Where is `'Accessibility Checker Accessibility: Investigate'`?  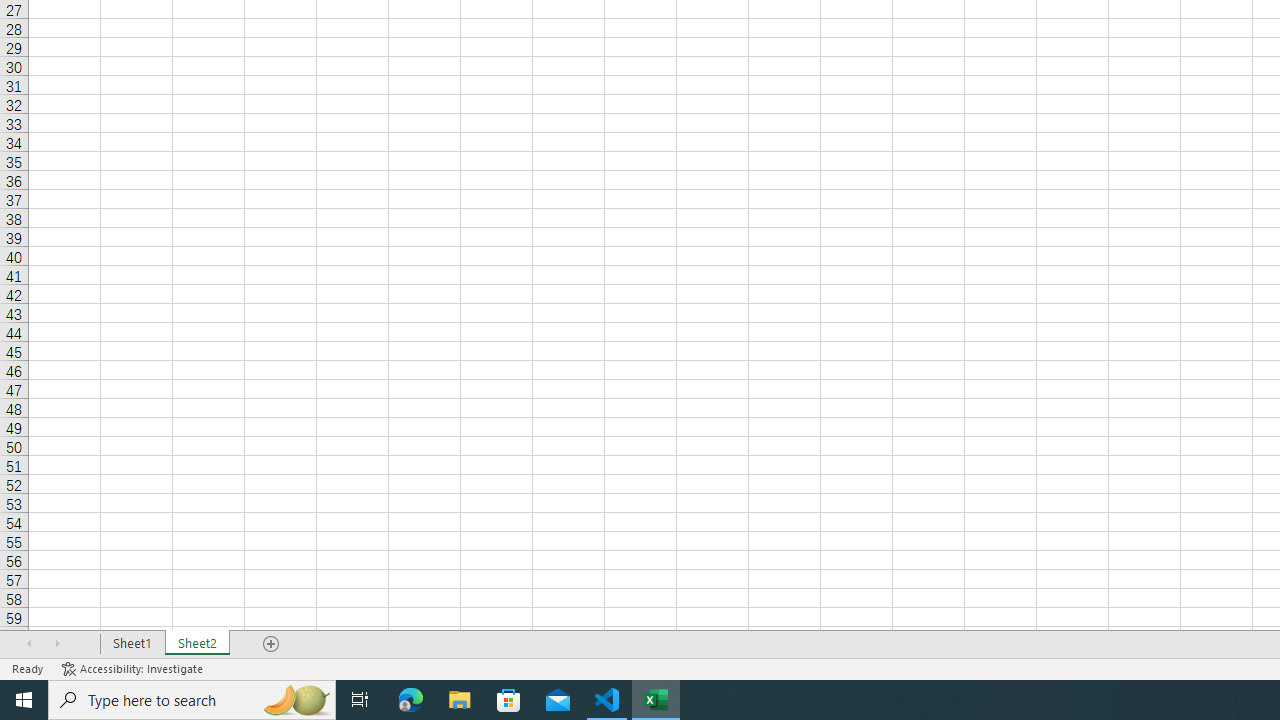 'Accessibility Checker Accessibility: Investigate' is located at coordinates (133, 669).